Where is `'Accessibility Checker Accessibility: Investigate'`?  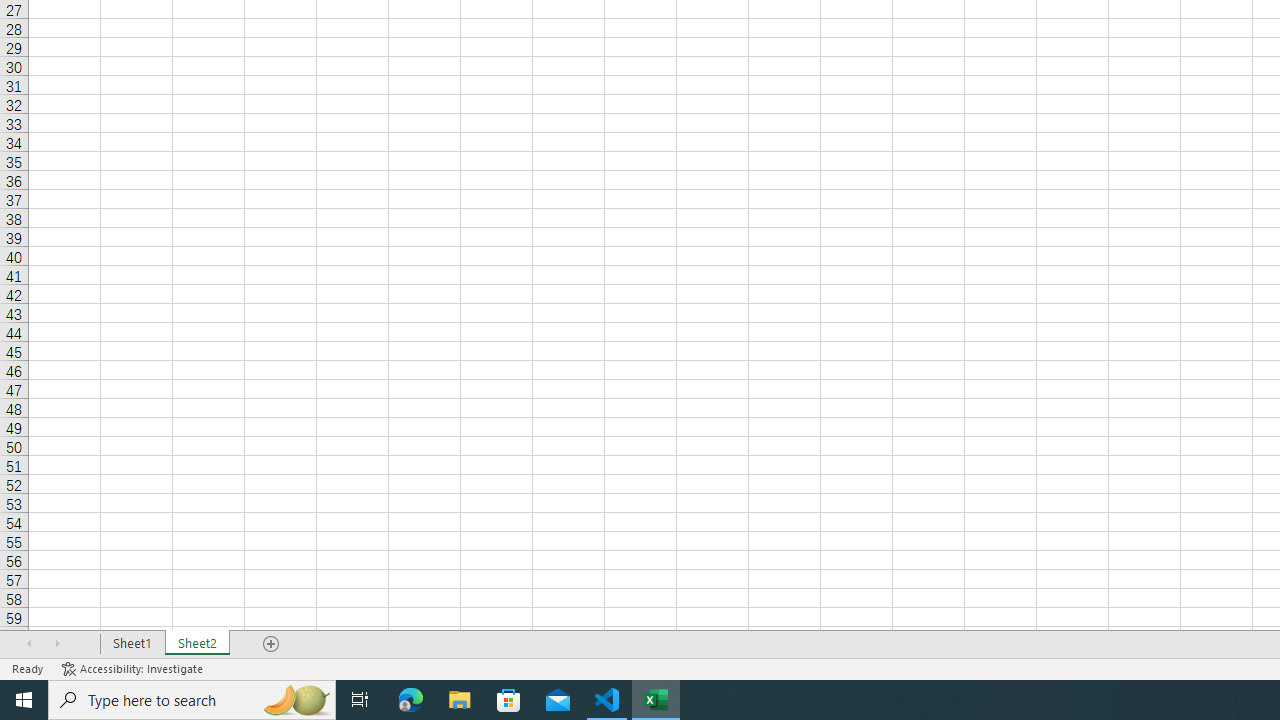 'Accessibility Checker Accessibility: Investigate' is located at coordinates (133, 669).